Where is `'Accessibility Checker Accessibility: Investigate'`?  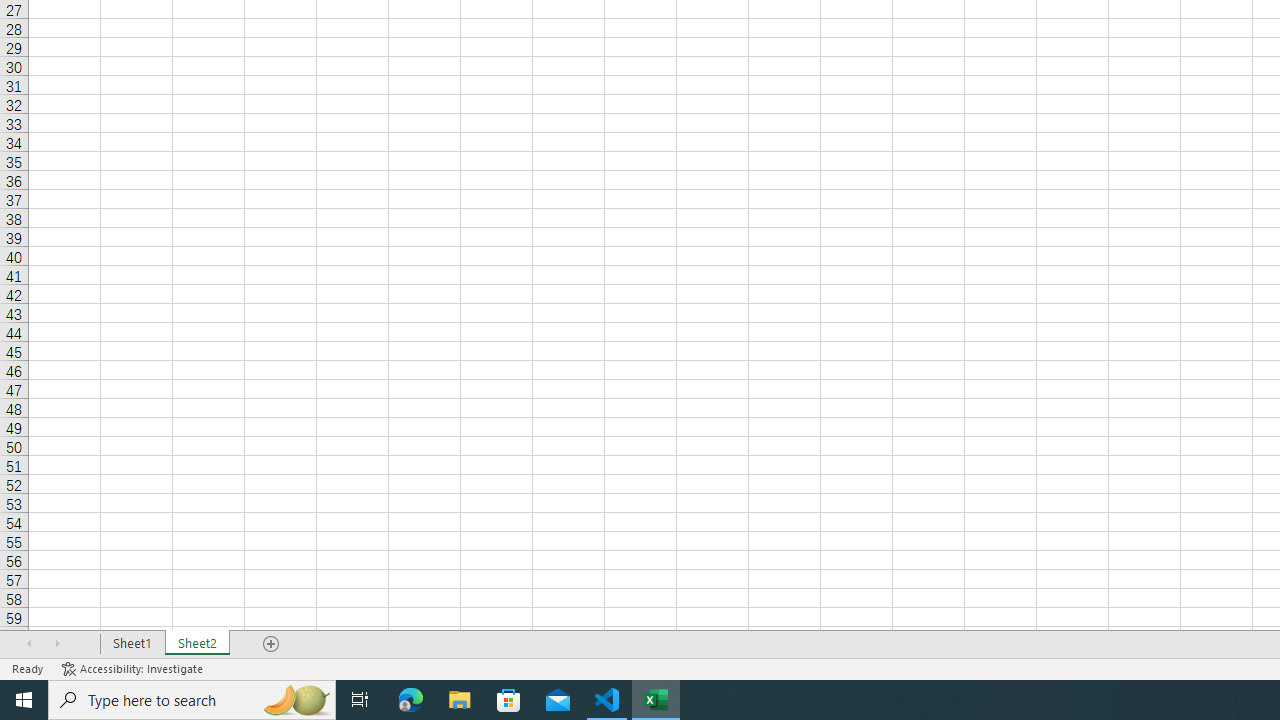 'Accessibility Checker Accessibility: Investigate' is located at coordinates (133, 669).